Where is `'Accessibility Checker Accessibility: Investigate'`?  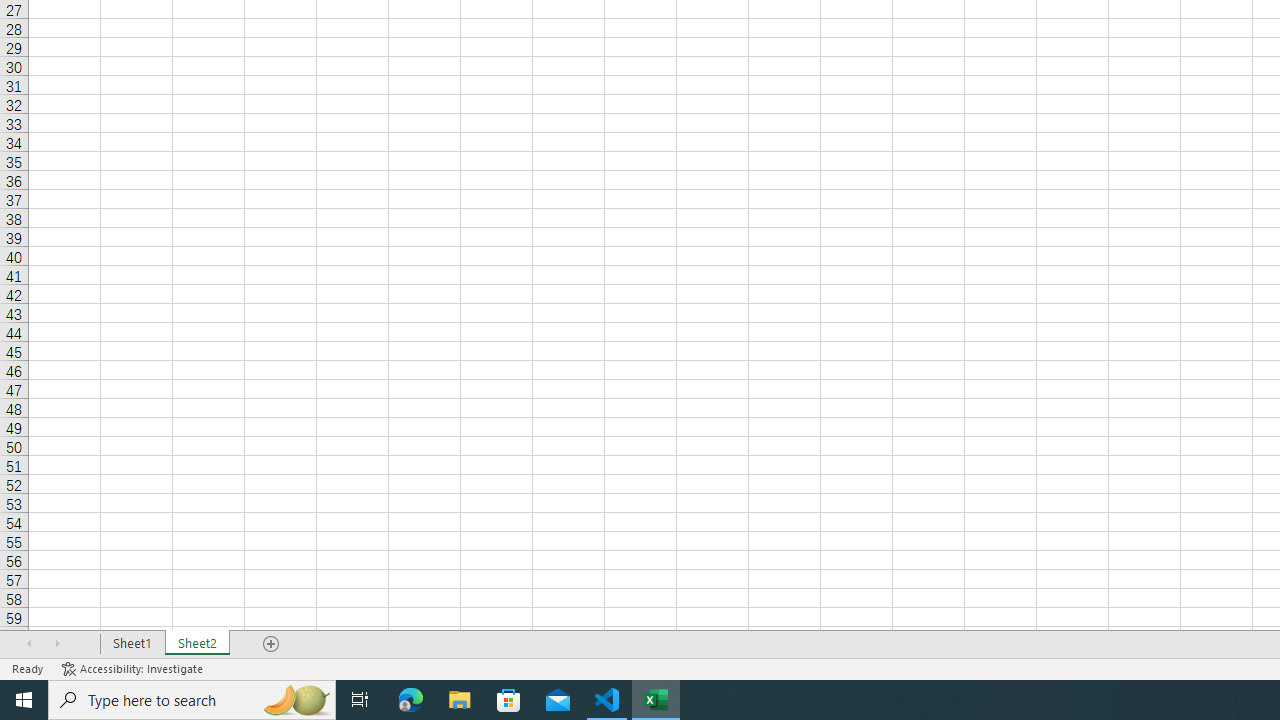 'Accessibility Checker Accessibility: Investigate' is located at coordinates (133, 669).